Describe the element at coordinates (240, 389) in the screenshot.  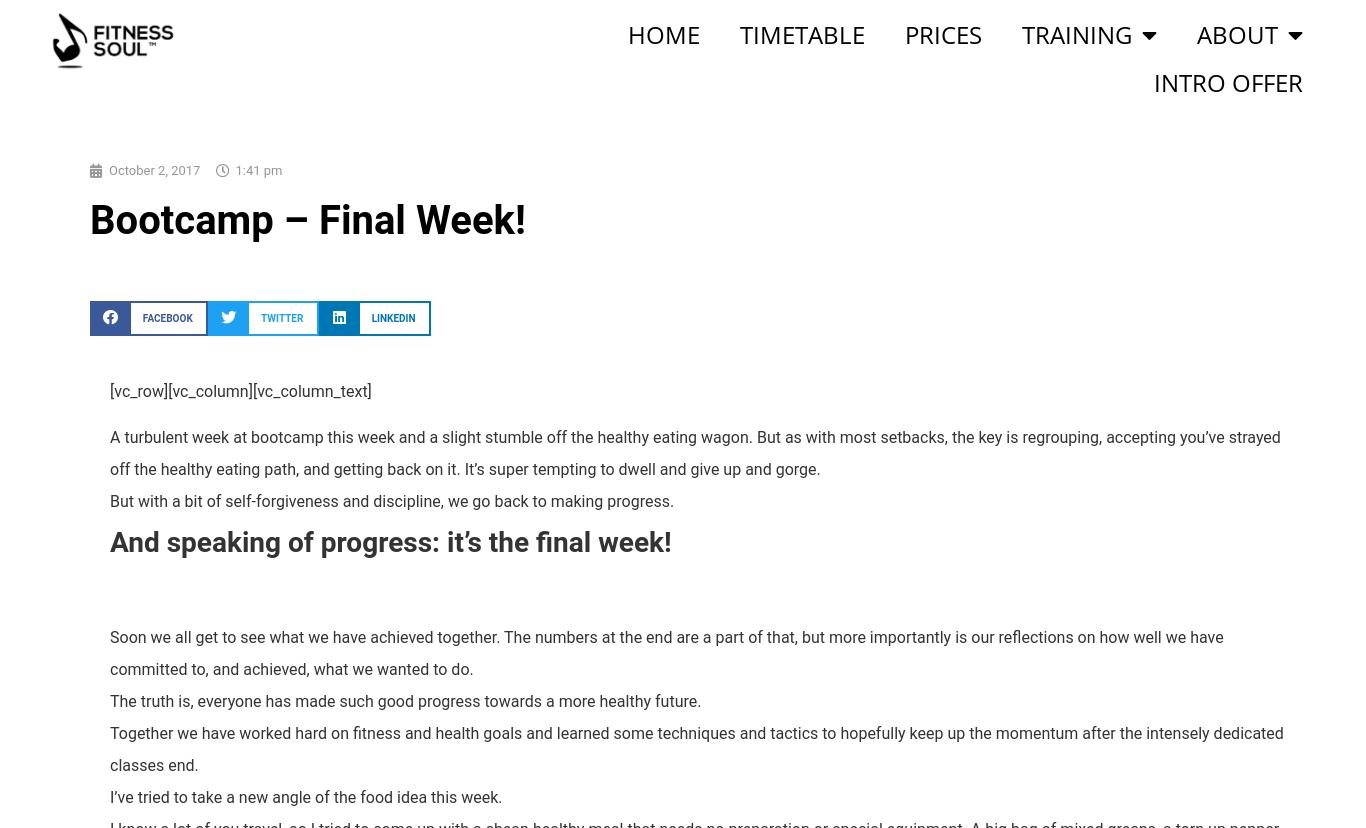
I see `'[vc_row][vc_column][vc_column_text]'` at that location.